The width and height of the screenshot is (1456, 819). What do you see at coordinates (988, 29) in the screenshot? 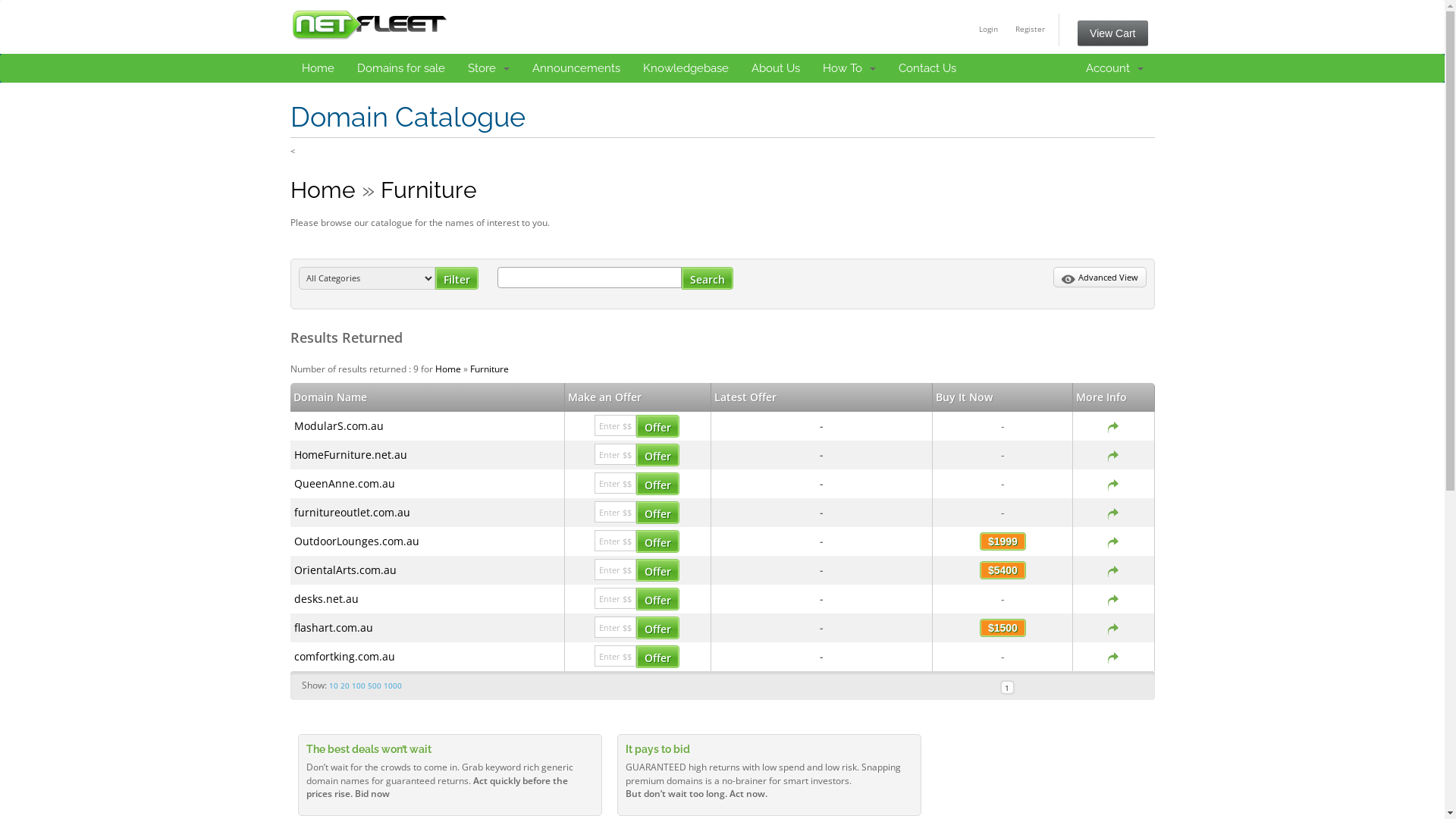
I see `'Login'` at bounding box center [988, 29].